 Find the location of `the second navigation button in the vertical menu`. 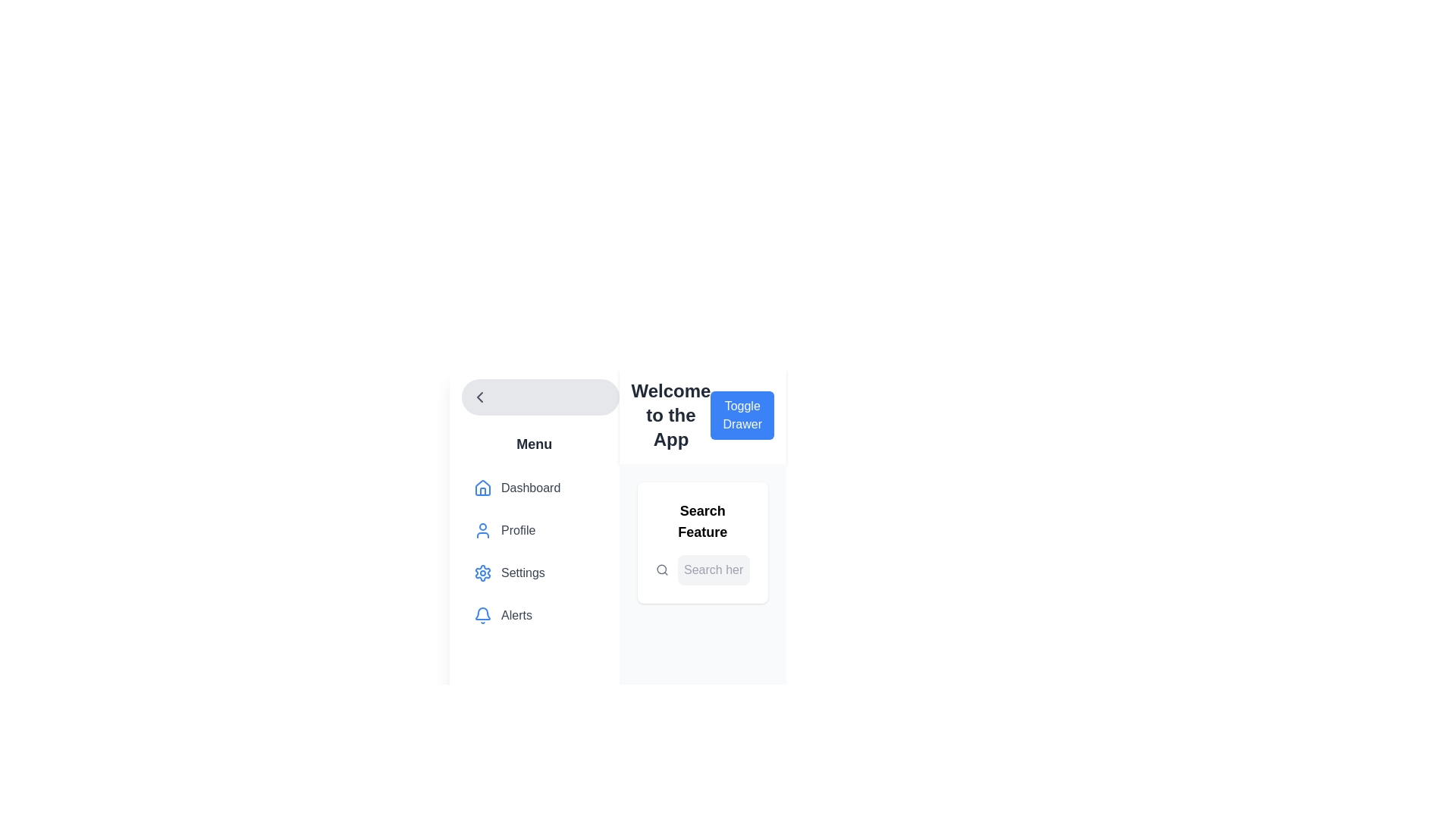

the second navigation button in the vertical menu is located at coordinates (534, 529).